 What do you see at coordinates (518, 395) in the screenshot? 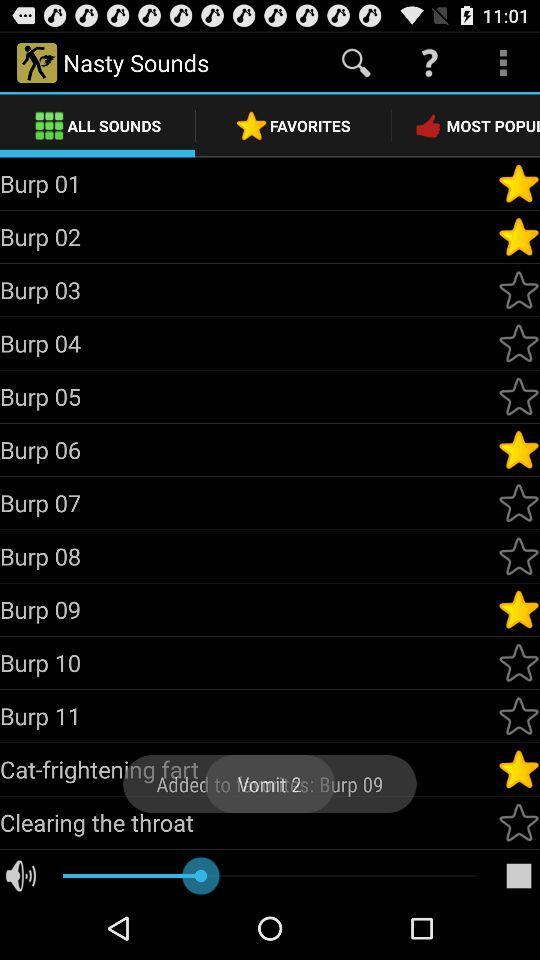
I see `favorite` at bounding box center [518, 395].